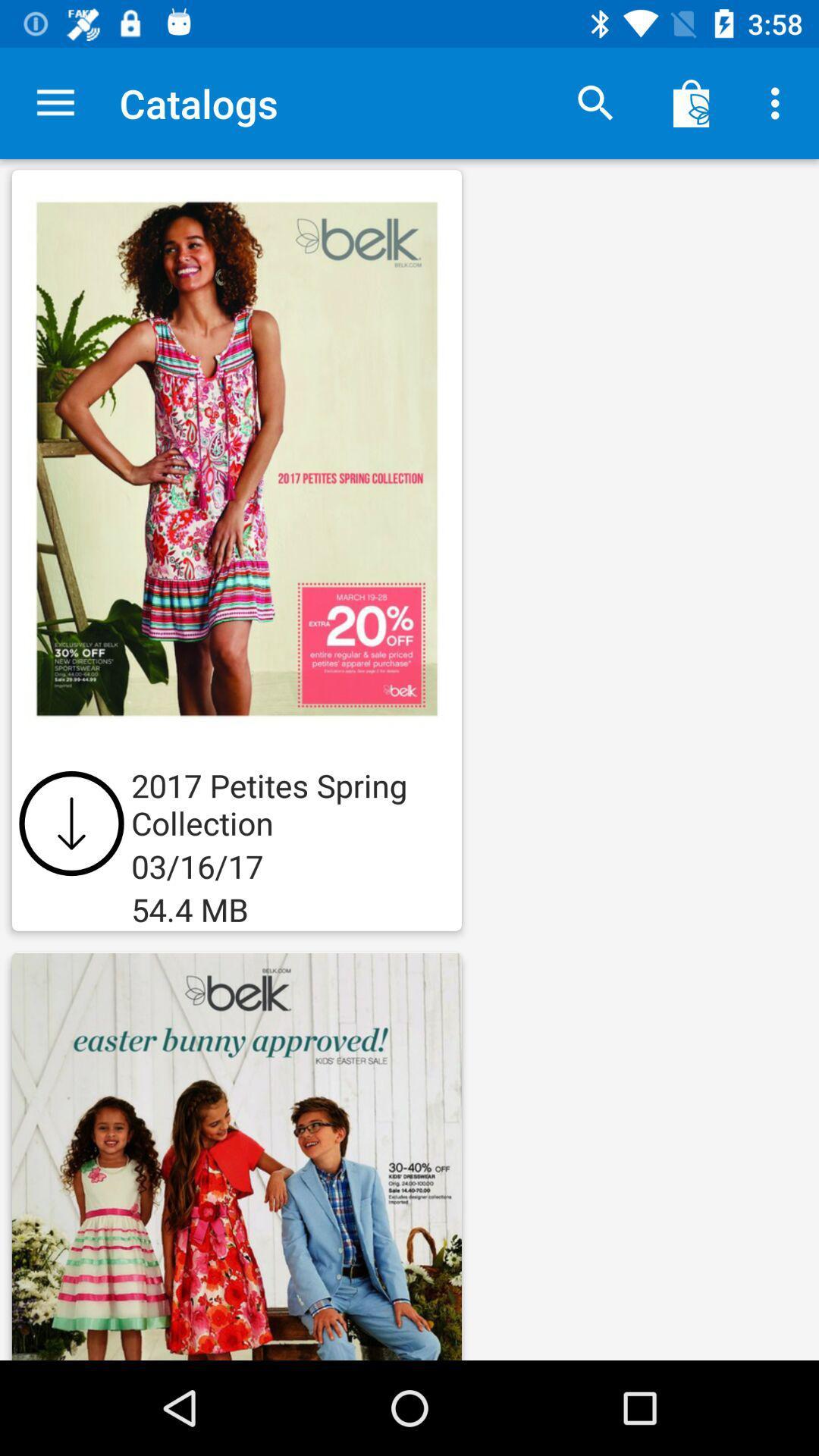 The width and height of the screenshot is (819, 1456). Describe the element at coordinates (55, 102) in the screenshot. I see `the item to the left of catalogs item` at that location.